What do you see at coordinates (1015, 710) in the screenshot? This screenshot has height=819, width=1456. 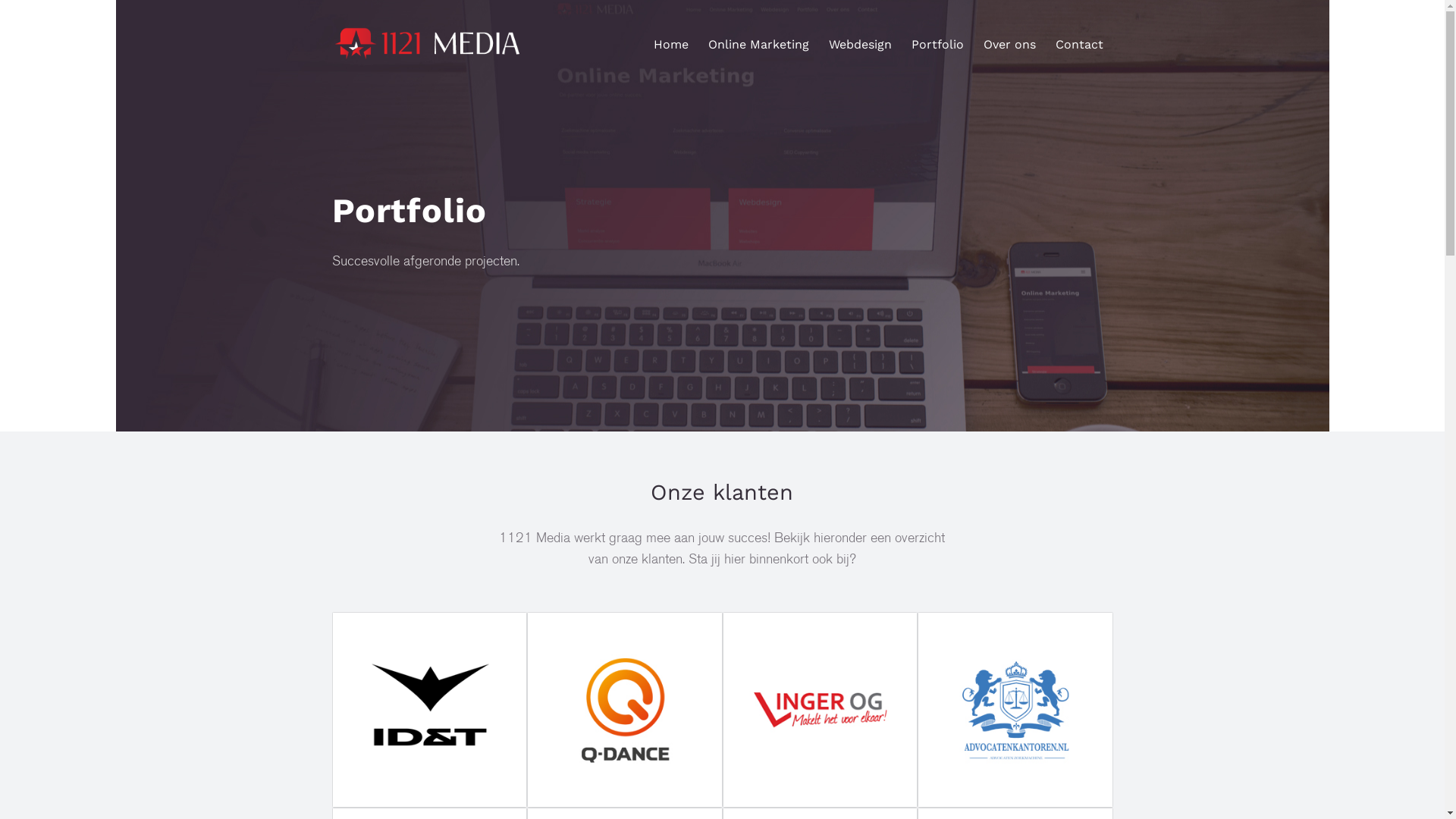 I see `'Advocatenkantoren.nl'` at bounding box center [1015, 710].